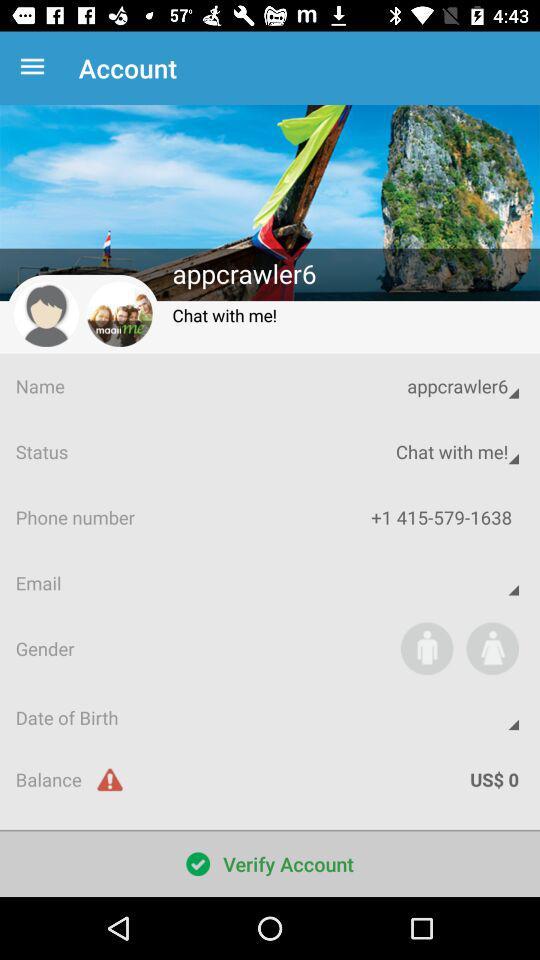 This screenshot has height=960, width=540. I want to click on the item next to the account icon, so click(36, 68).